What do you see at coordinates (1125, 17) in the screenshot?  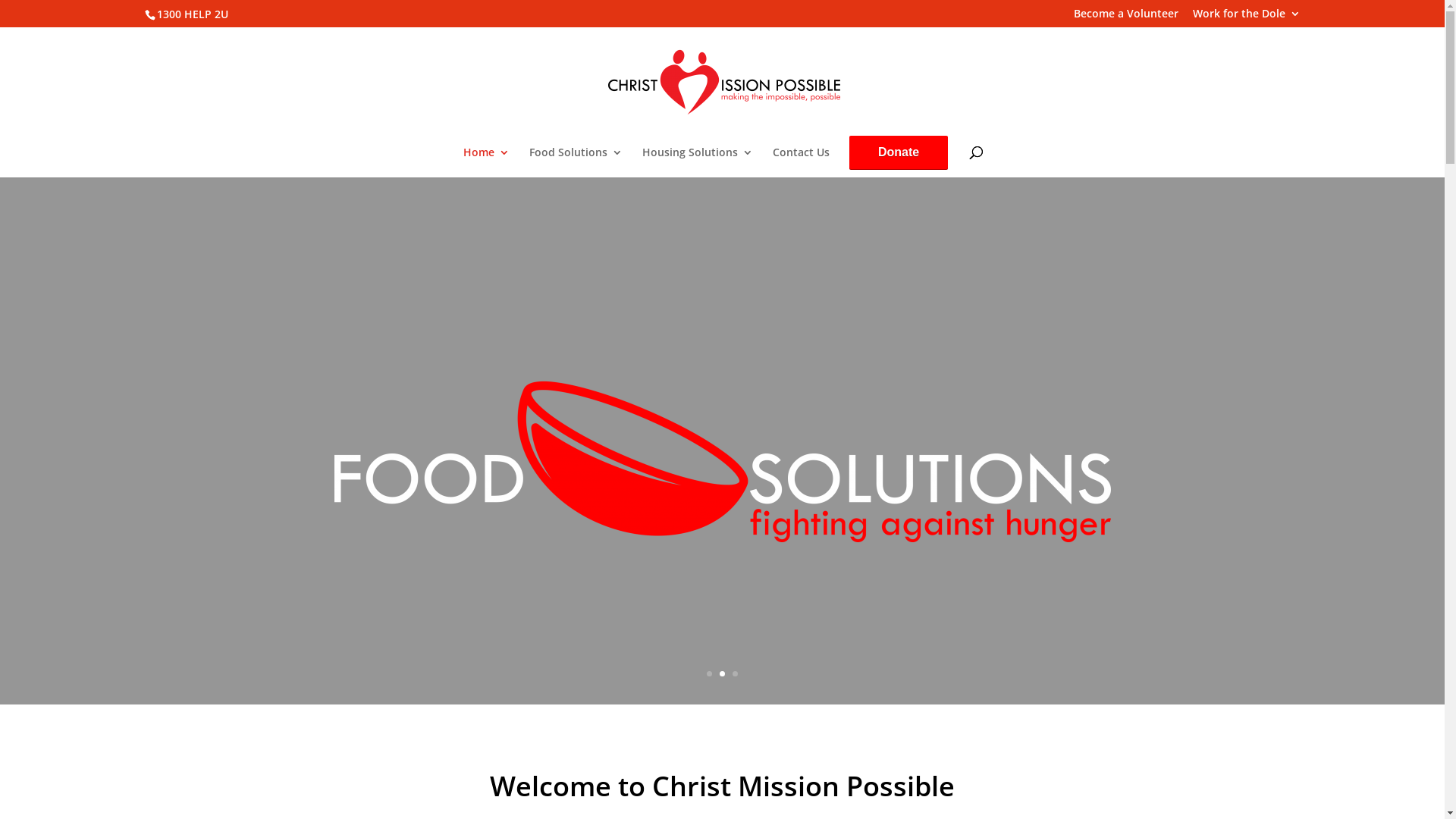 I see `'Become a Volunteer'` at bounding box center [1125, 17].